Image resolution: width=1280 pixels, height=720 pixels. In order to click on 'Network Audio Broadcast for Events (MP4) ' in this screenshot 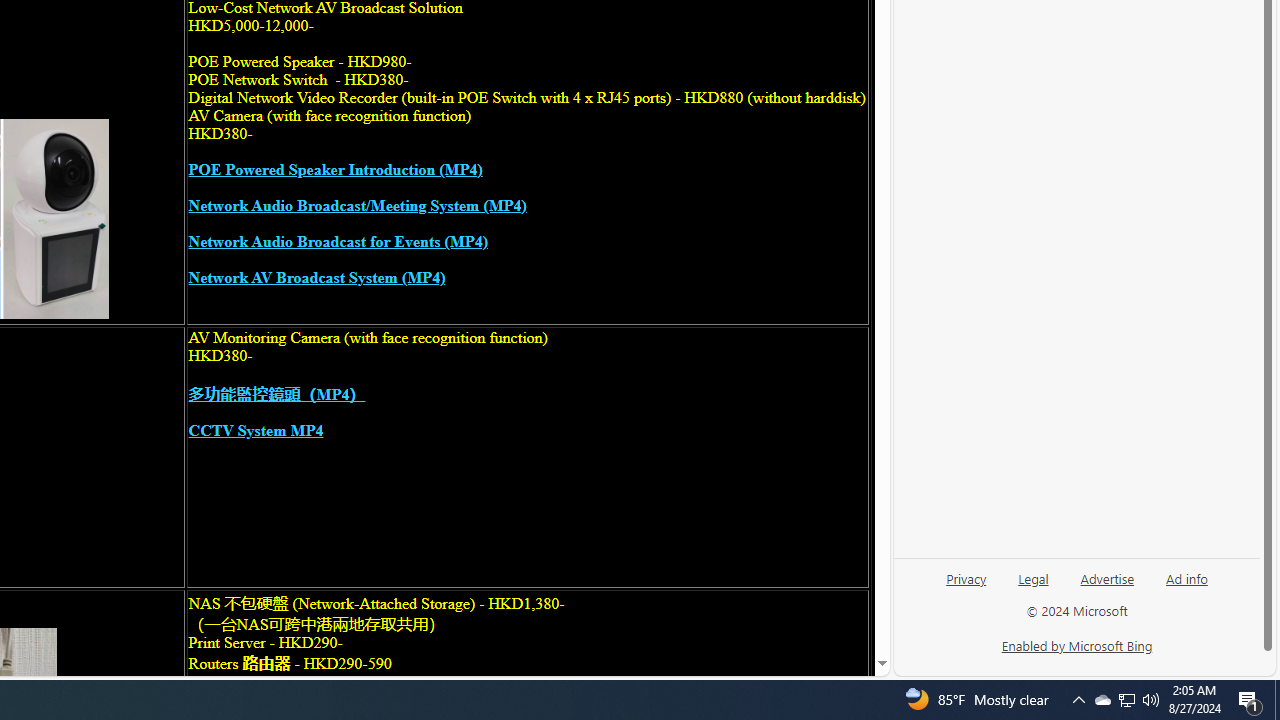, I will do `click(337, 241)`.